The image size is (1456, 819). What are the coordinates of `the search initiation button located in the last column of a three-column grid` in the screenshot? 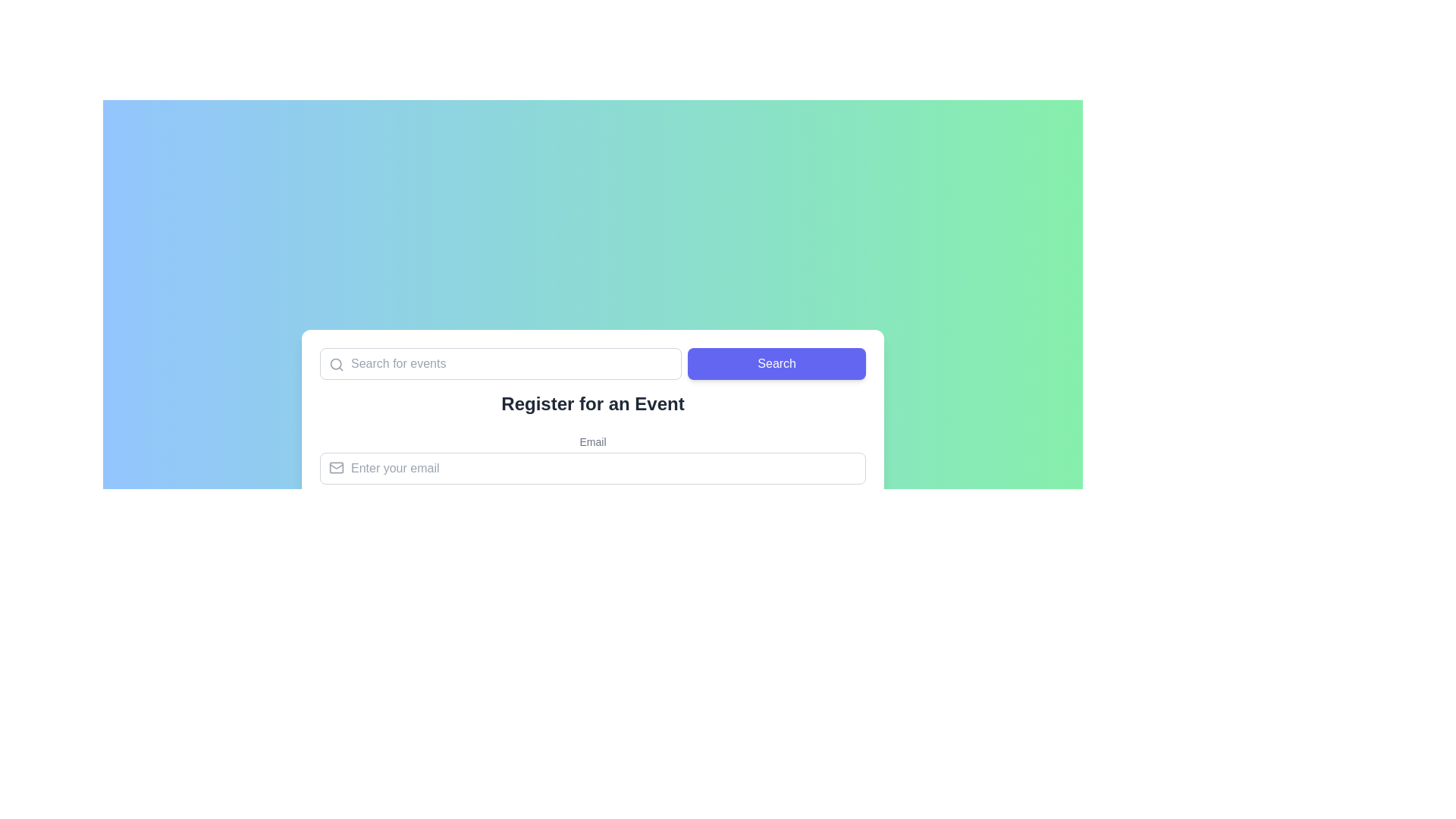 It's located at (777, 363).